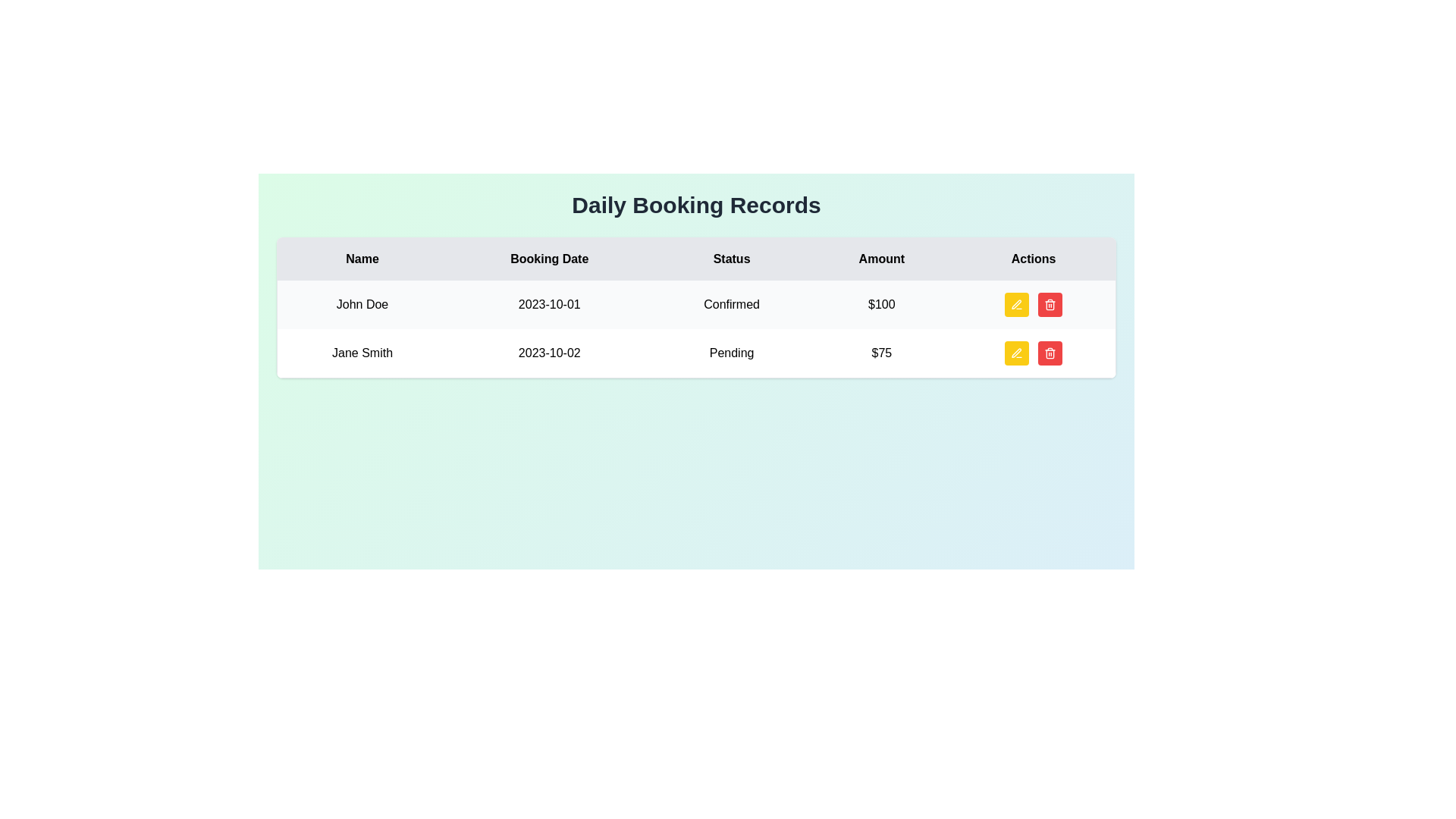  Describe the element at coordinates (548, 353) in the screenshot. I see `the static text displaying the booking date for 'Jane Smith', located in the second column of the second row under the 'Booking Date' header` at that location.